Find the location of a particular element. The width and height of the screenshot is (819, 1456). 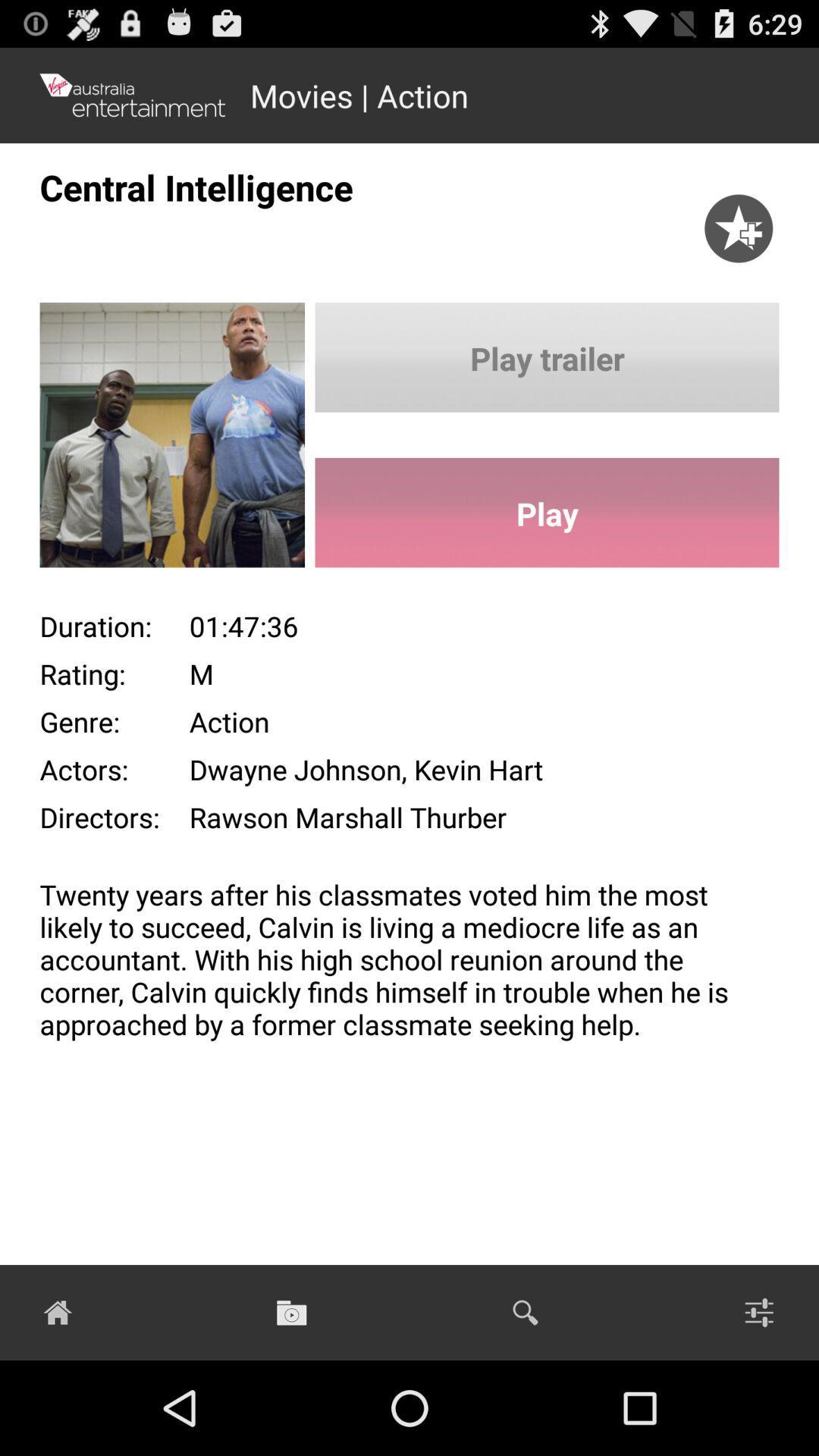

star logo is located at coordinates (745, 224).